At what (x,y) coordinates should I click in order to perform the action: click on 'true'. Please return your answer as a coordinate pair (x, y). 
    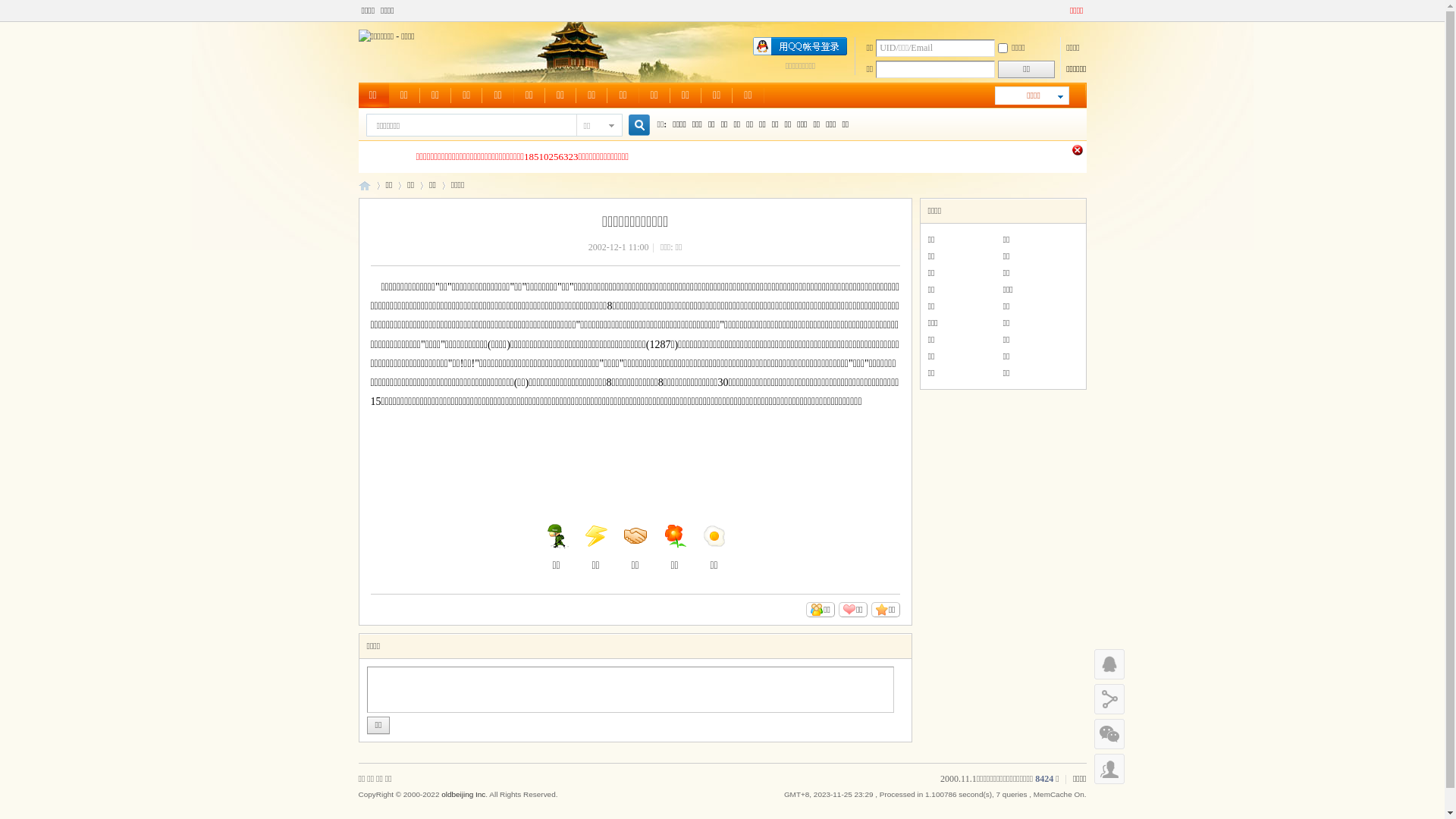
    Looking at the image, I should click on (632, 124).